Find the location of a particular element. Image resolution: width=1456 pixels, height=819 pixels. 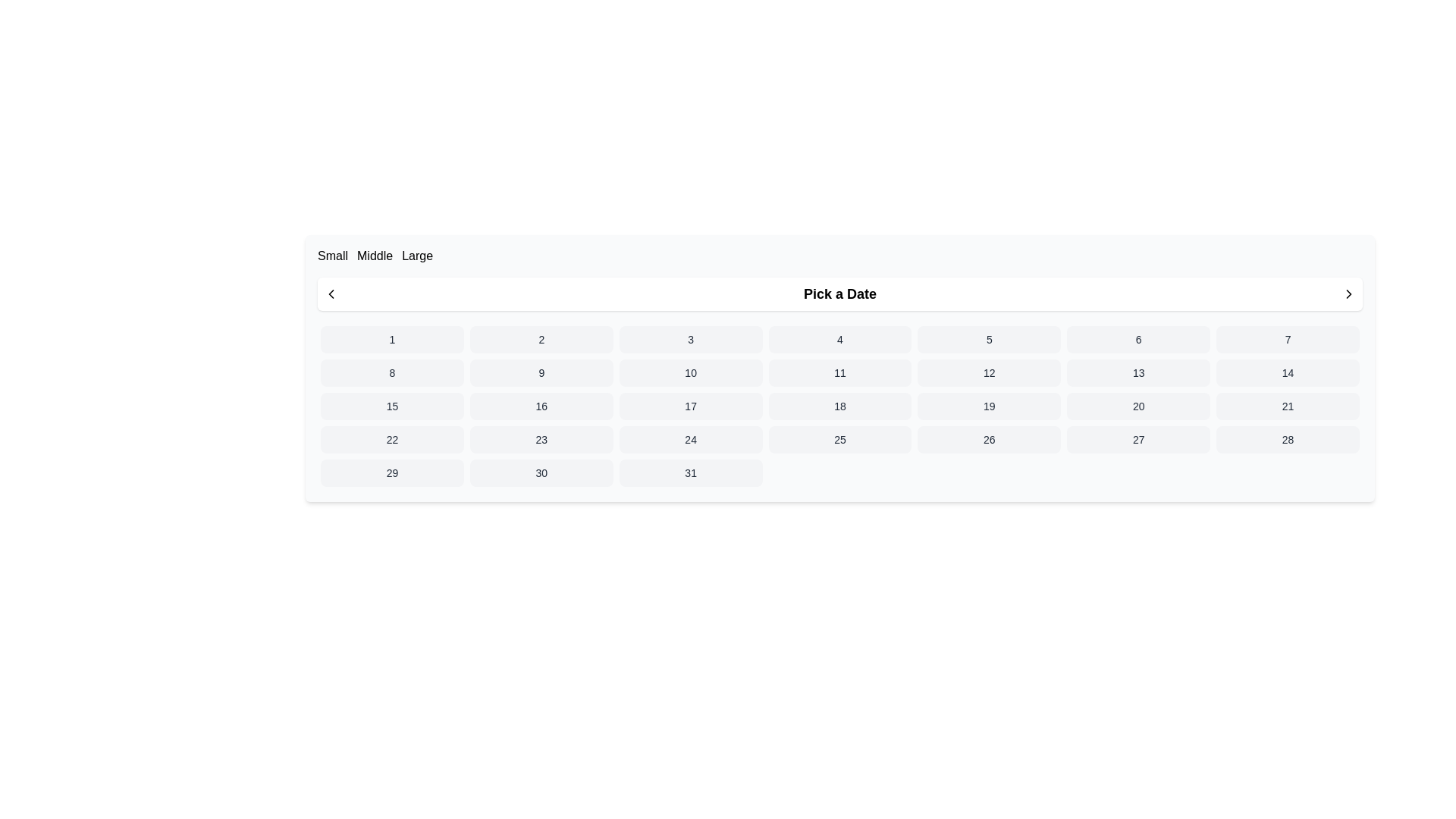

the 'Middle' button which is the second button among three horizontally arranged buttons labeled 'Small', 'Middle', and 'Large' is located at coordinates (375, 256).